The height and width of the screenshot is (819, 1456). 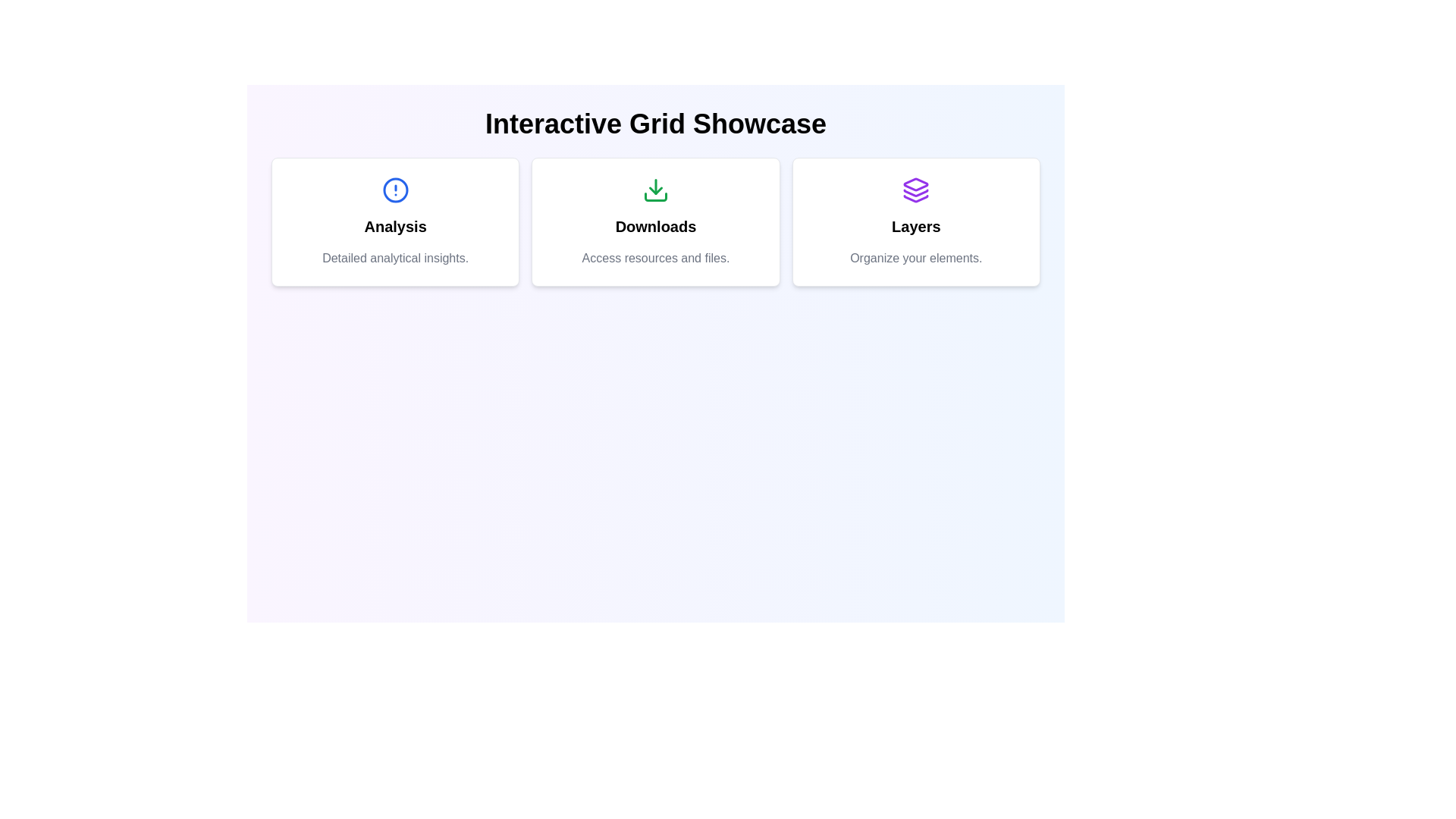 What do you see at coordinates (915, 257) in the screenshot?
I see `the text label that says 'Organize your elements.' which is located within the rightmost card in the 'Layers' section, positioned below the 'Layers' title` at bounding box center [915, 257].